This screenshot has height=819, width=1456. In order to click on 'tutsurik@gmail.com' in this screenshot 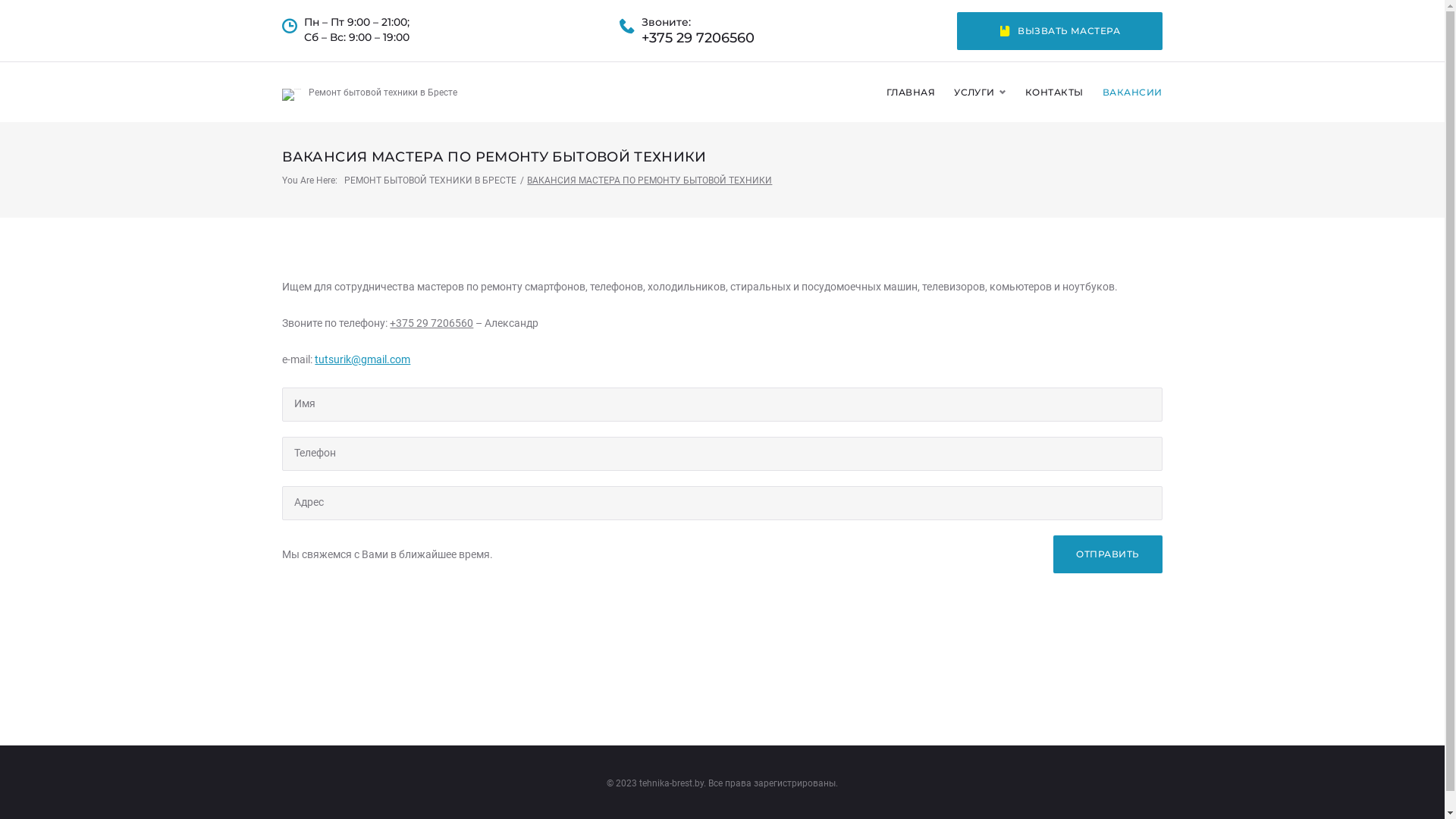, I will do `click(313, 359)`.